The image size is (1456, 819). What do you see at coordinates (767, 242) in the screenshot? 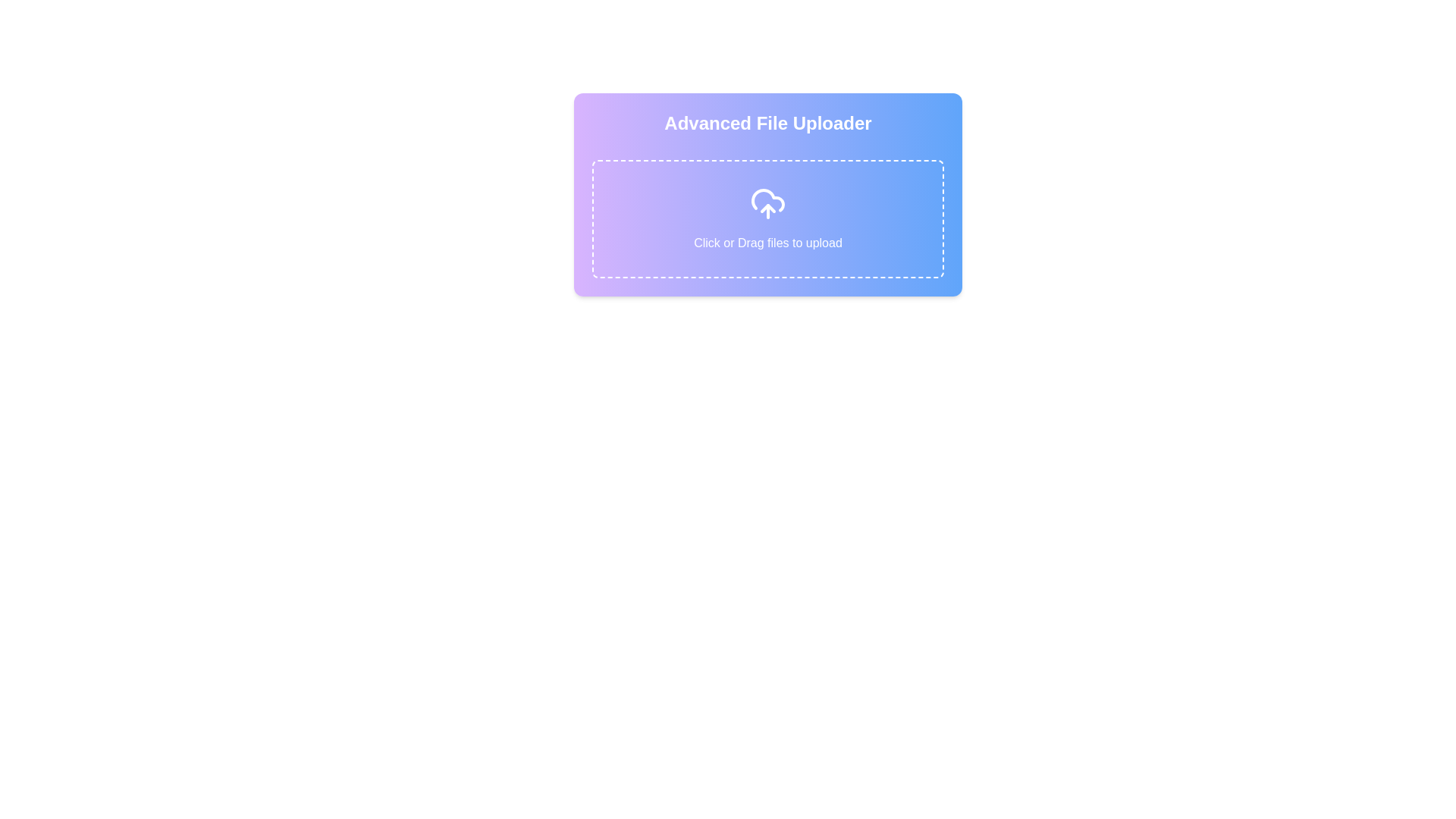
I see `the text element that displays instructions for file upload, positioned beneath the upload icon` at bounding box center [767, 242].